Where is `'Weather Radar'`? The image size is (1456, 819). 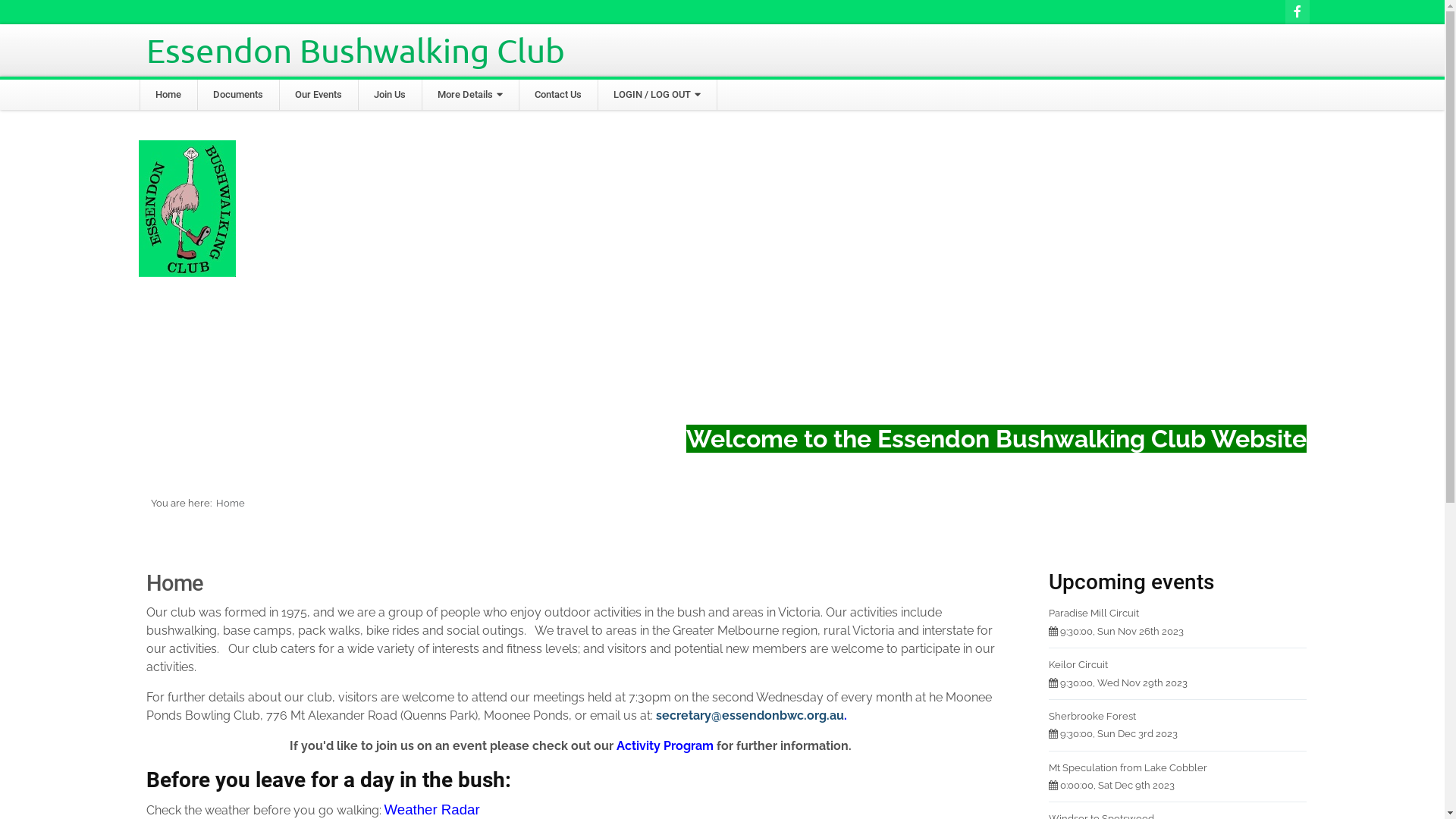 'Weather Radar' is located at coordinates (431, 808).